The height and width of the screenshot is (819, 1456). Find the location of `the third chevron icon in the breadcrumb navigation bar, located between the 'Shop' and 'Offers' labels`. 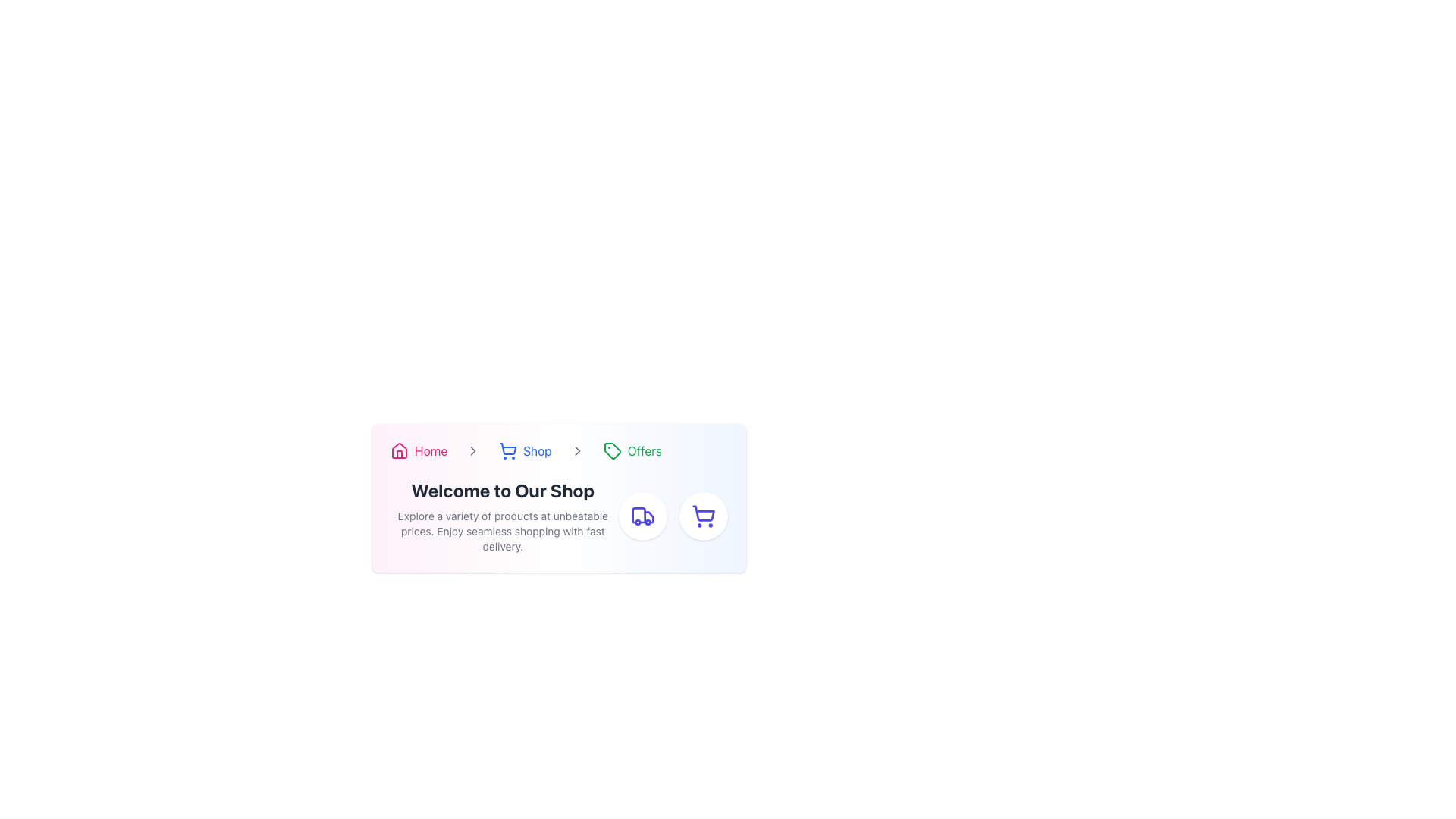

the third chevron icon in the breadcrumb navigation bar, located between the 'Shop' and 'Offers' labels is located at coordinates (576, 450).